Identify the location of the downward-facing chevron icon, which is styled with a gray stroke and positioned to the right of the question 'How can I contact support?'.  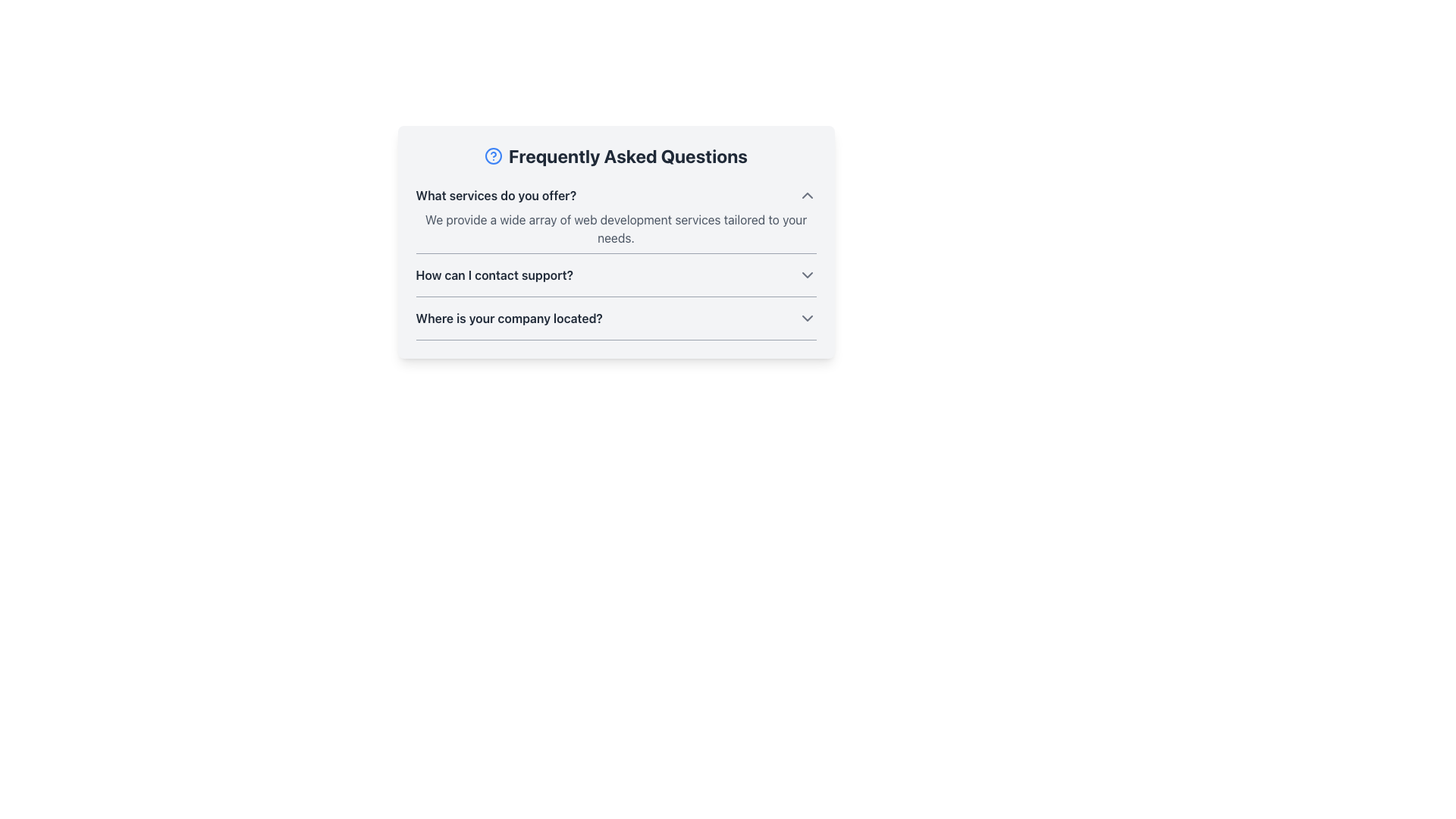
(806, 275).